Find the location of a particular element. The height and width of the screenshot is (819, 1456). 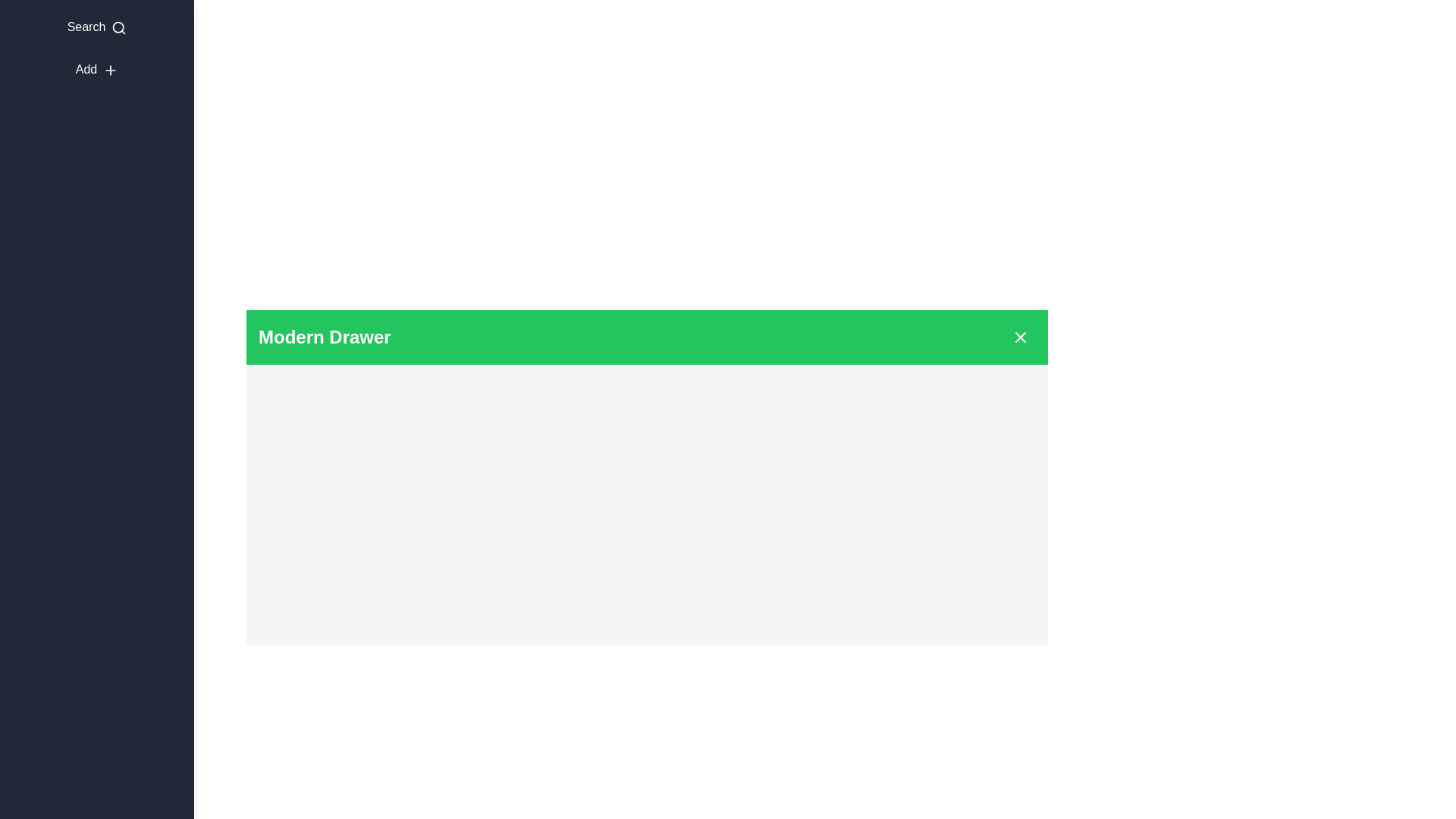

the text label displaying 'Add' in bold white font located in the left sidebar of the interface under a search field is located at coordinates (86, 69).